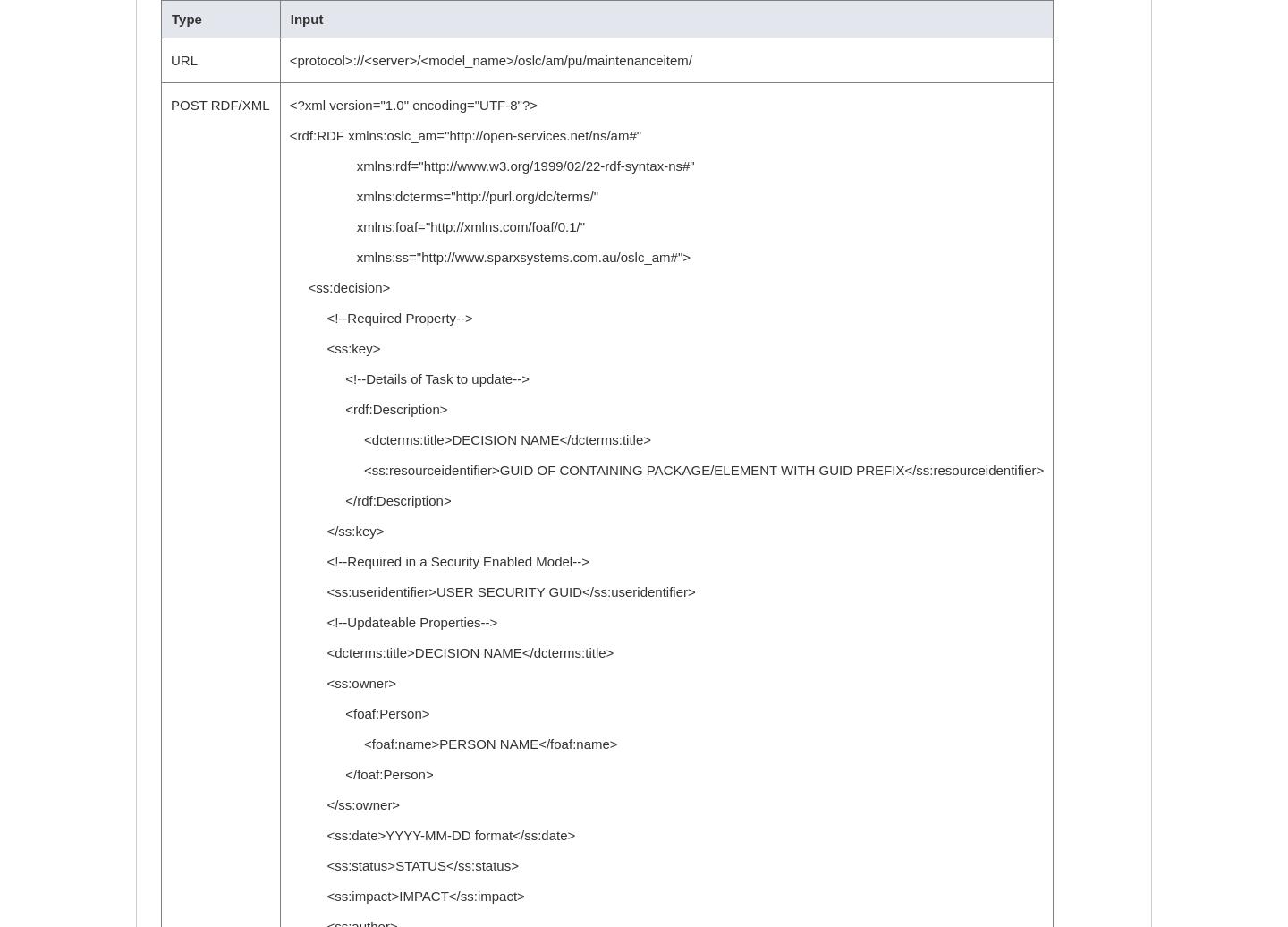 This screenshot has height=927, width=1288. What do you see at coordinates (430, 835) in the screenshot?
I see `'<ss:date>YYYY-MM-DD format</ss:date>'` at bounding box center [430, 835].